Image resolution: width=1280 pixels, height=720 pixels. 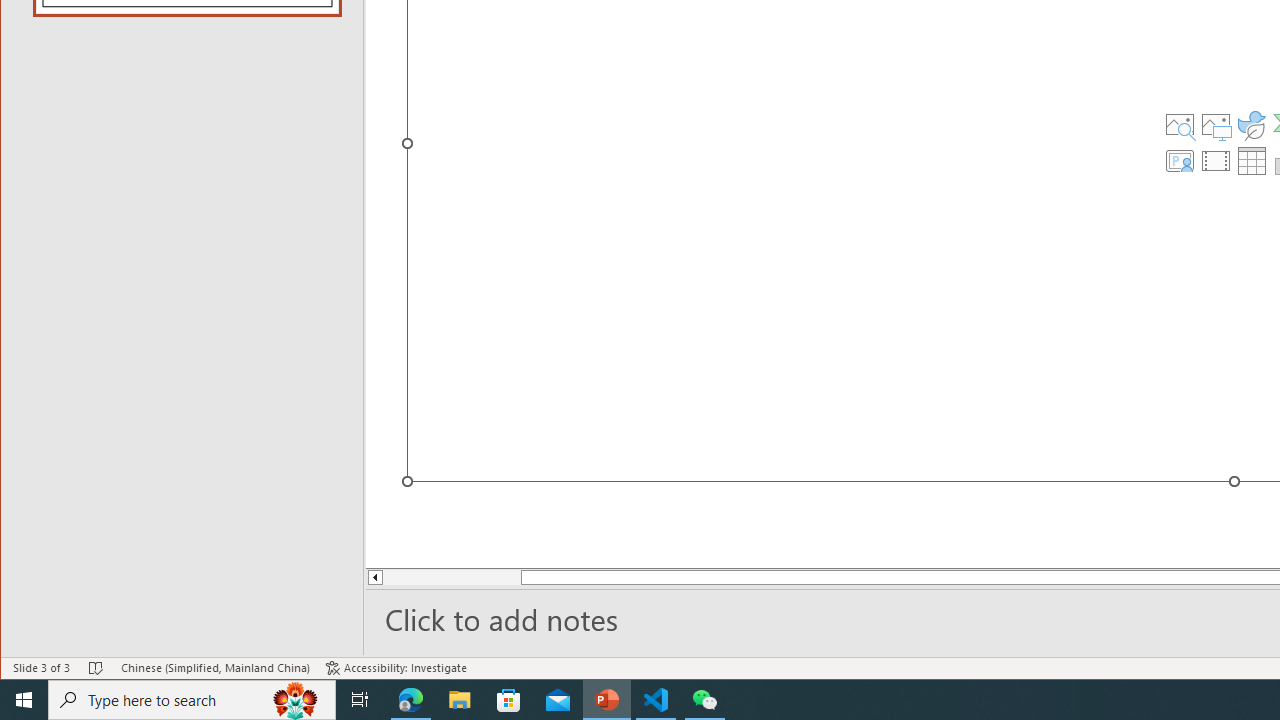 What do you see at coordinates (1179, 124) in the screenshot?
I see `'Stock Images'` at bounding box center [1179, 124].